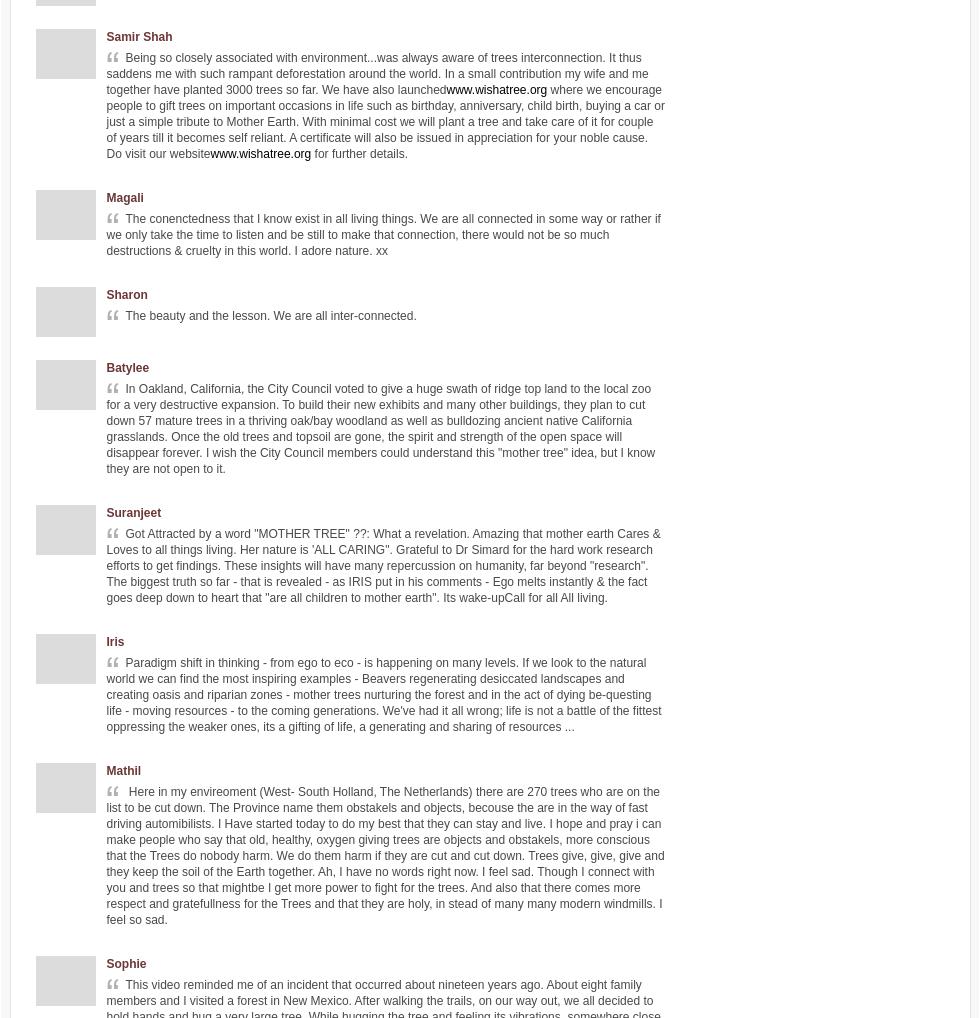 This screenshot has height=1018, width=980. I want to click on 'where we encourage people to gift trees on important occasions in life such as birthday, anniversary, child birth, buying a car or just a simple tribute to Mother Earth. With minimal cost we will plant a tree and take care of it for couple of years till it becomes self reliant. A certificate will also be issued in appreciation for your noble cause. Do visit our website', so click(106, 120).